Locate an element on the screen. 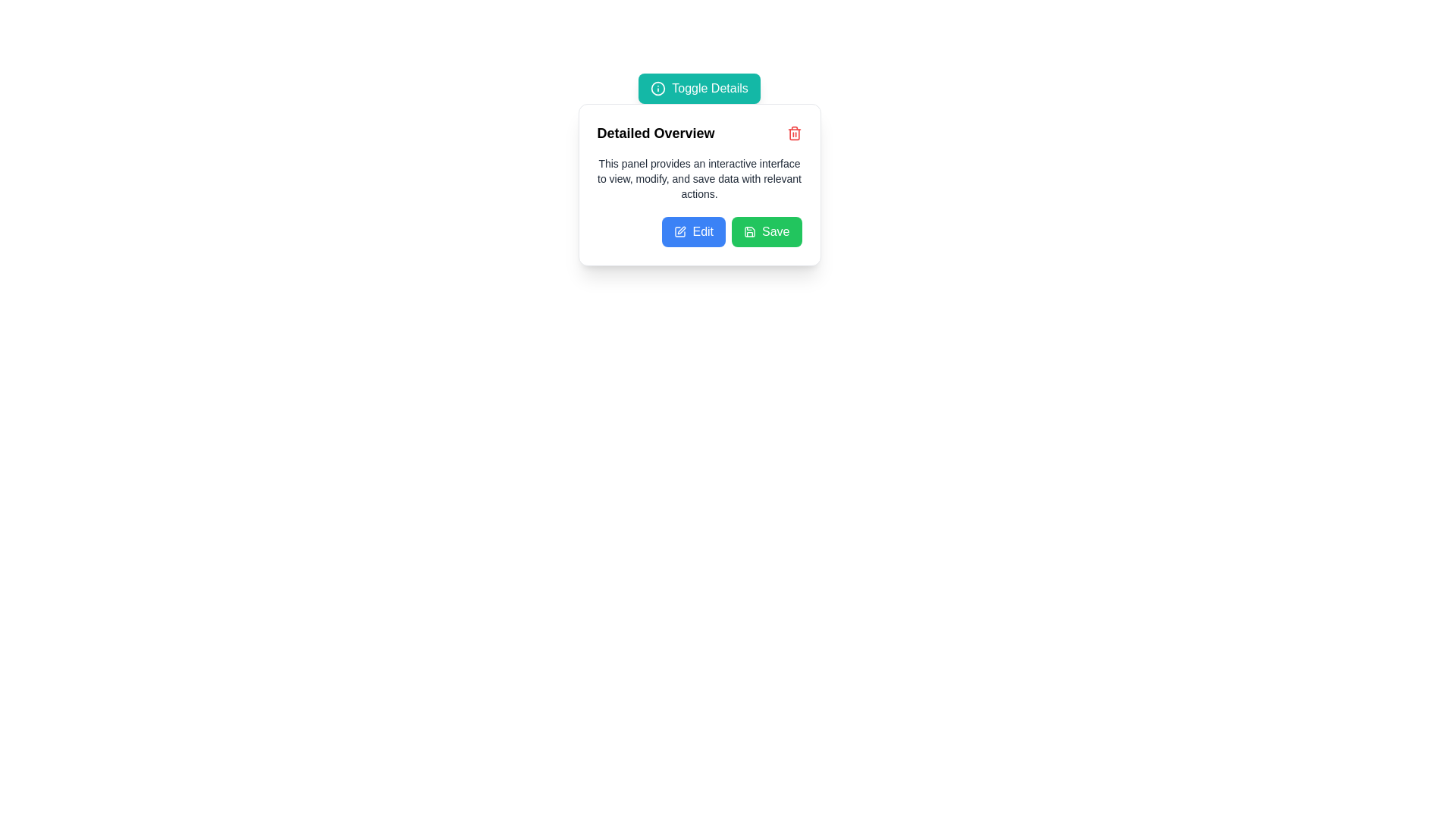  the circular info icon located on the left side of the 'Toggle Details' button, next to its label text is located at coordinates (658, 88).